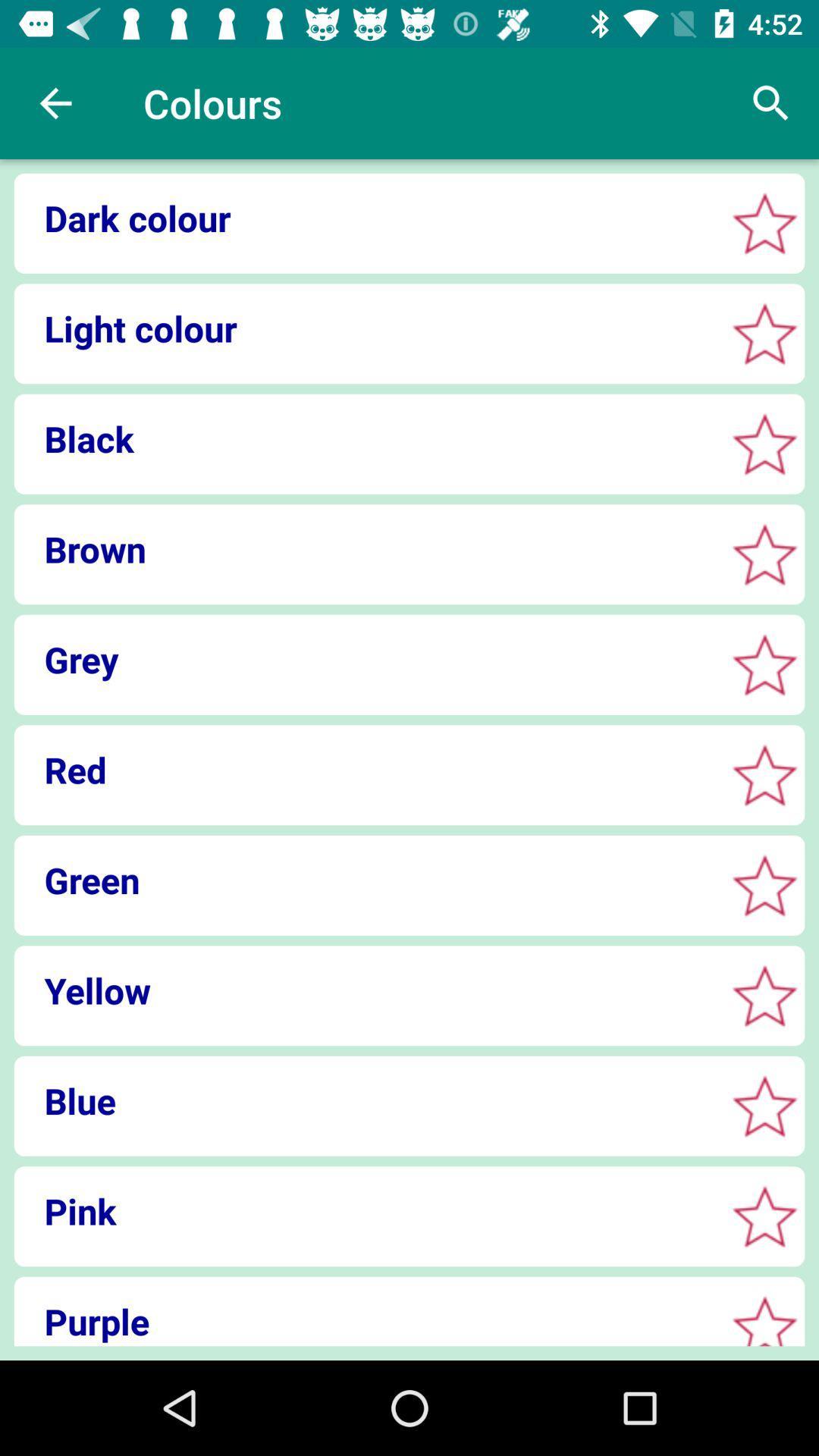 This screenshot has width=819, height=1456. What do you see at coordinates (764, 1323) in the screenshot?
I see `review star button purple` at bounding box center [764, 1323].